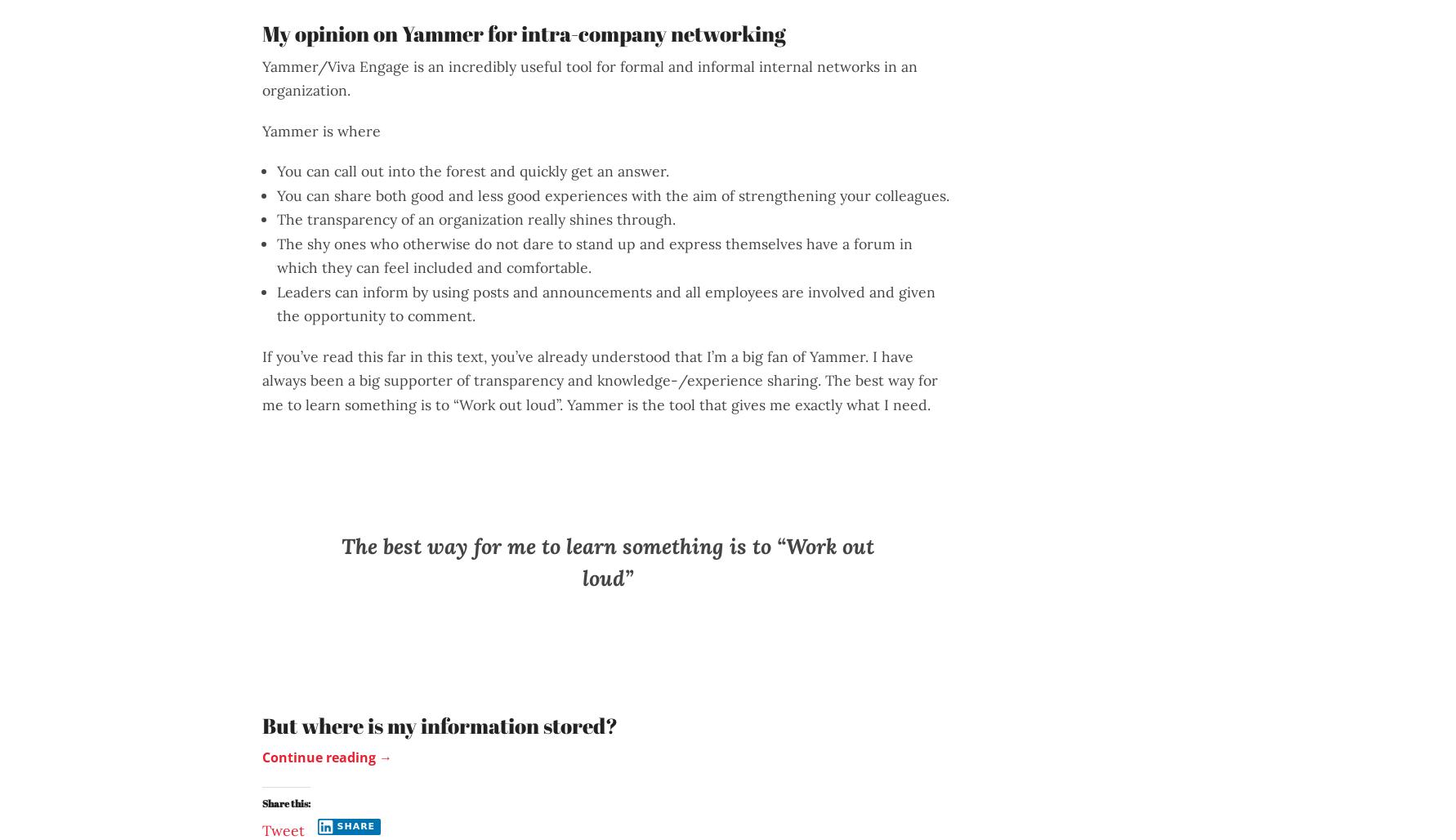 The width and height of the screenshot is (1456, 840). What do you see at coordinates (523, 32) in the screenshot?
I see `'My opinion on Yammer for intra-company networking'` at bounding box center [523, 32].